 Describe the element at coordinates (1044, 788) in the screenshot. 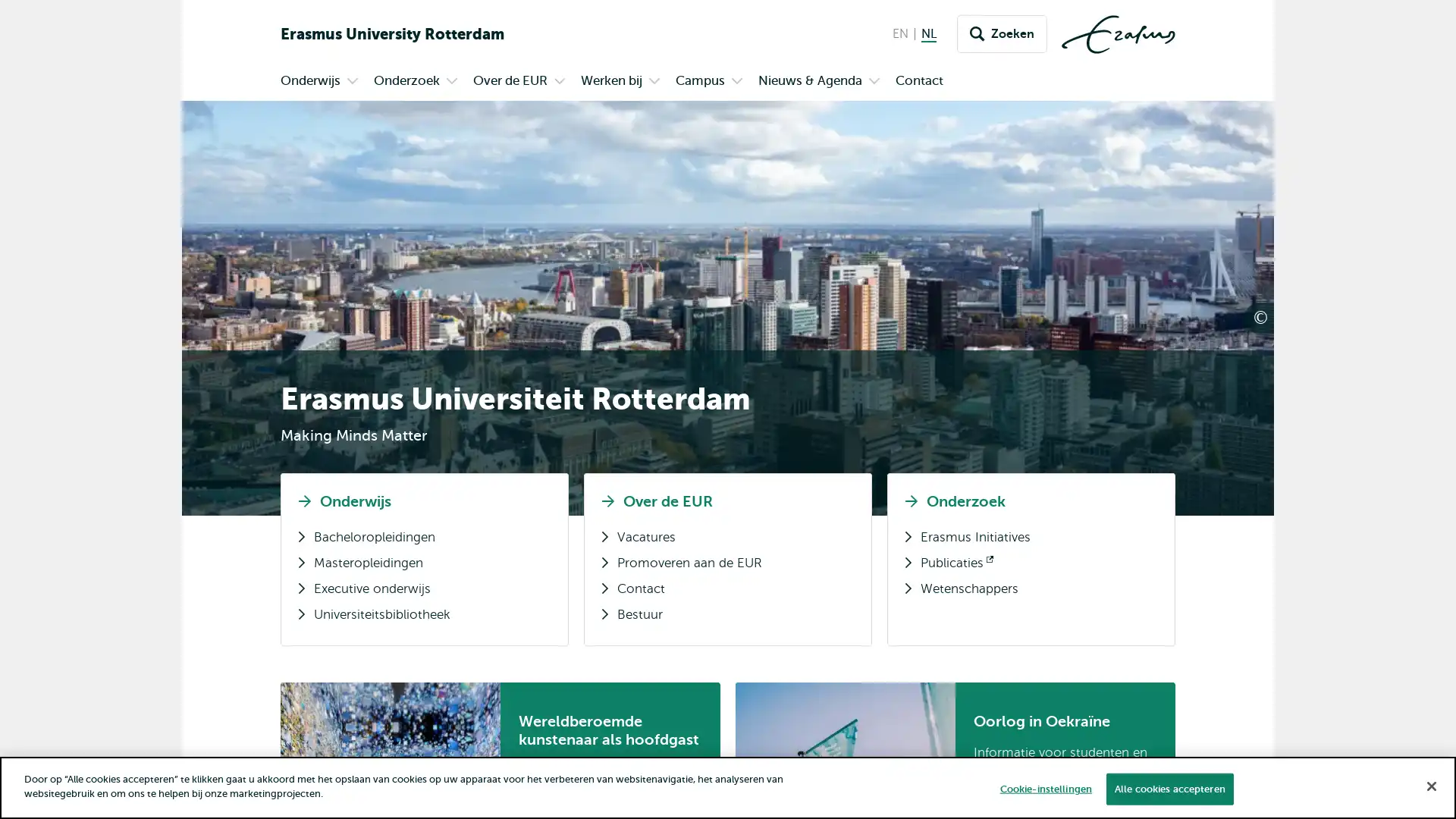

I see `Cookie-instellingen` at that location.